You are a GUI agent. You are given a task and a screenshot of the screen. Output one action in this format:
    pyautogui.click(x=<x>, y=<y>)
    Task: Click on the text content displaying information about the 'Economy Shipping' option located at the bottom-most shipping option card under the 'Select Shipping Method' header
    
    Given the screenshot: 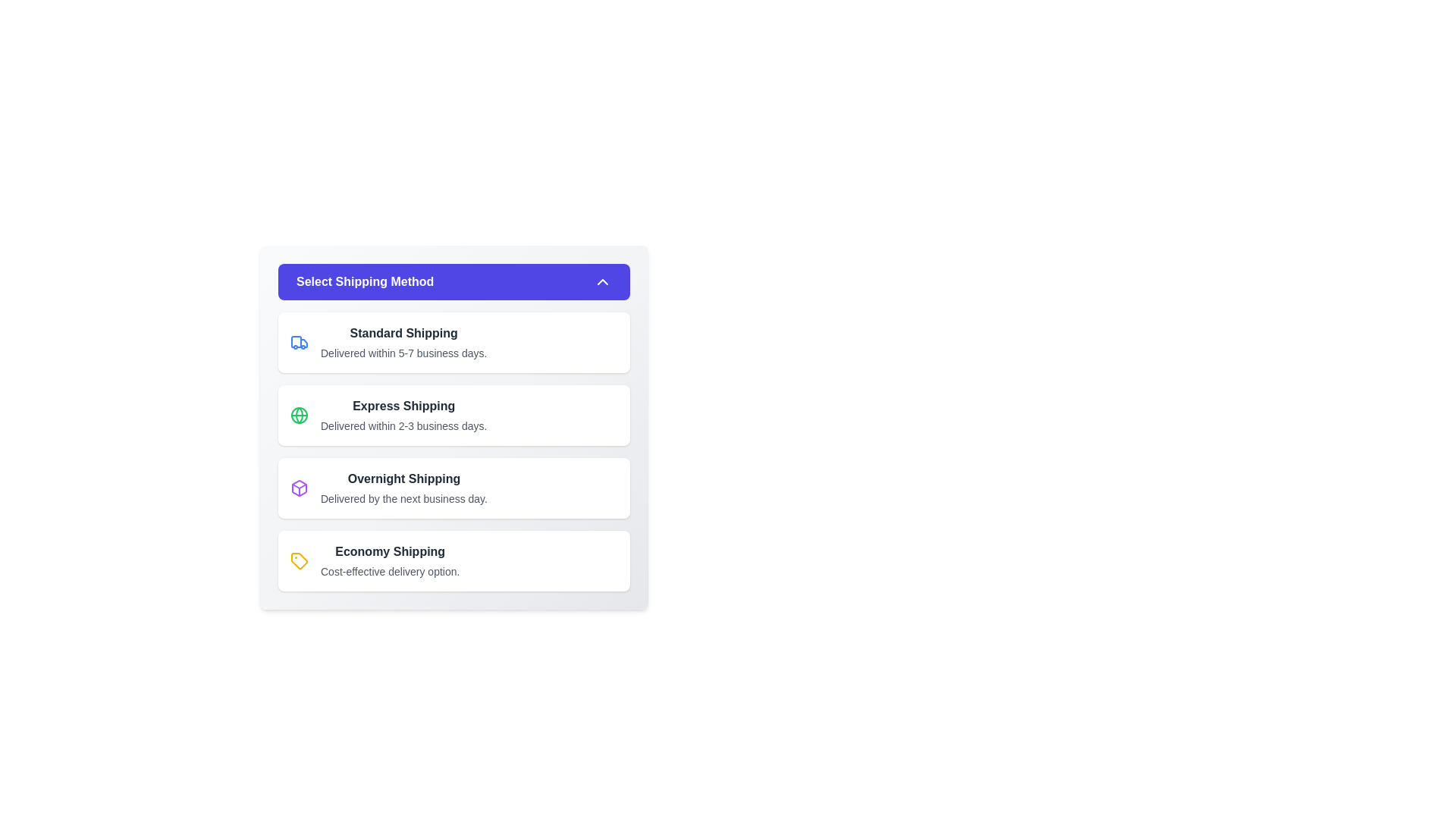 What is the action you would take?
    pyautogui.click(x=390, y=561)
    